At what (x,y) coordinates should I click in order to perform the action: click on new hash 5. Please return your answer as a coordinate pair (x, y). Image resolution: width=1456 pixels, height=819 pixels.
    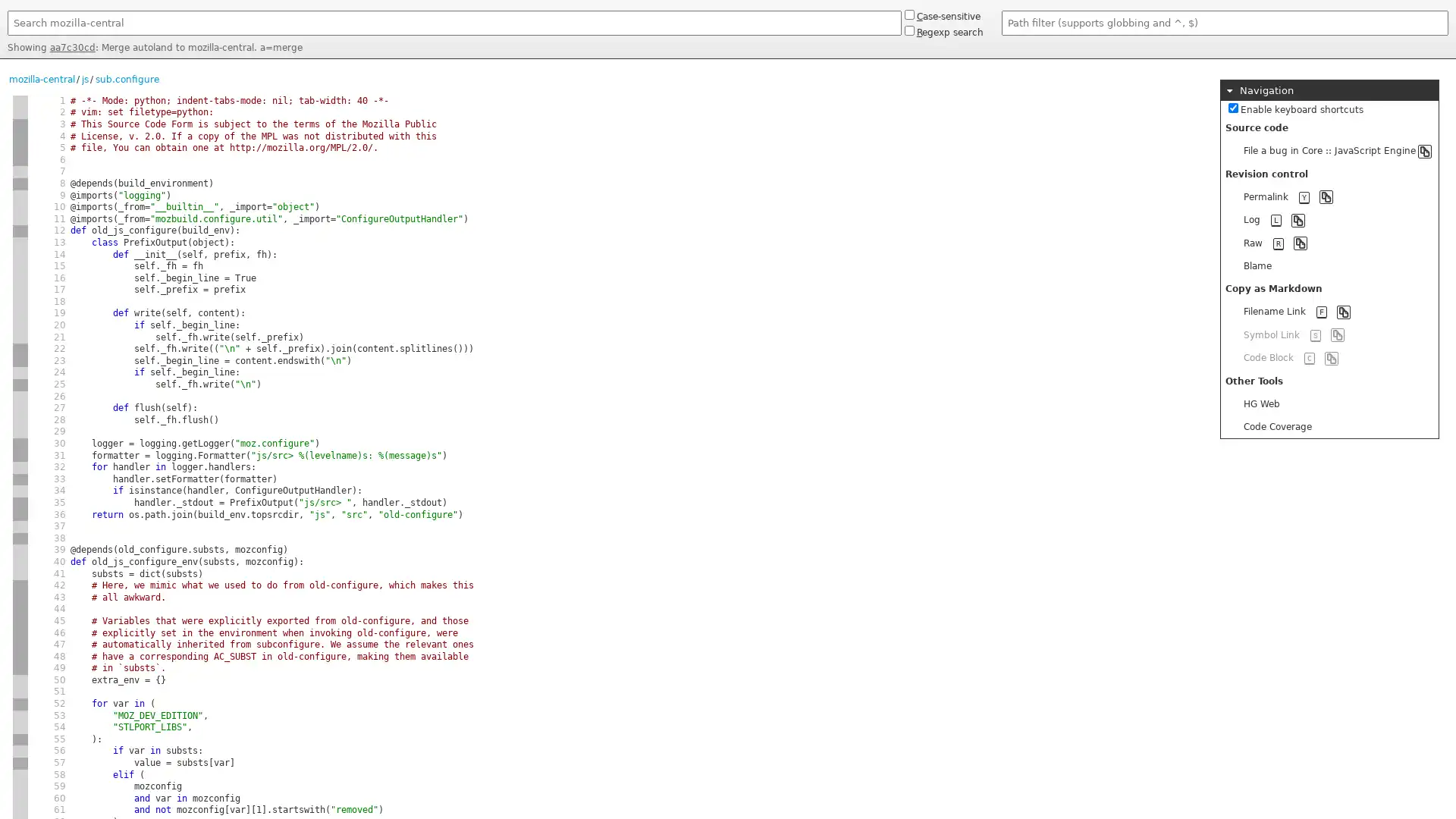
    Looking at the image, I should click on (20, 679).